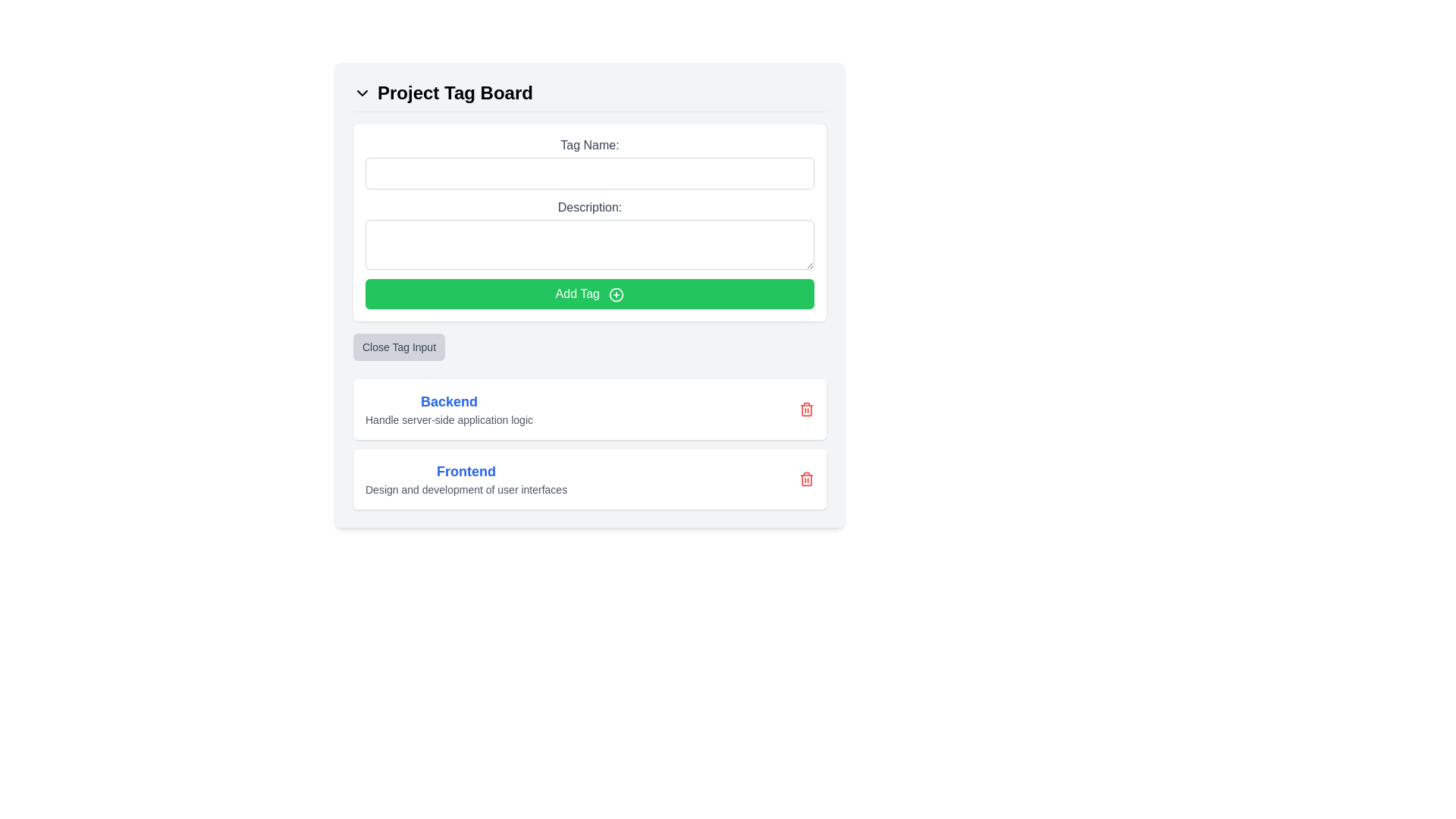 The width and height of the screenshot is (1456, 819). Describe the element at coordinates (588, 145) in the screenshot. I see `the 'Tag Name:' label in gray text styling located within the 'Project Tag Board' form section, positioned directly above the text input field` at that location.